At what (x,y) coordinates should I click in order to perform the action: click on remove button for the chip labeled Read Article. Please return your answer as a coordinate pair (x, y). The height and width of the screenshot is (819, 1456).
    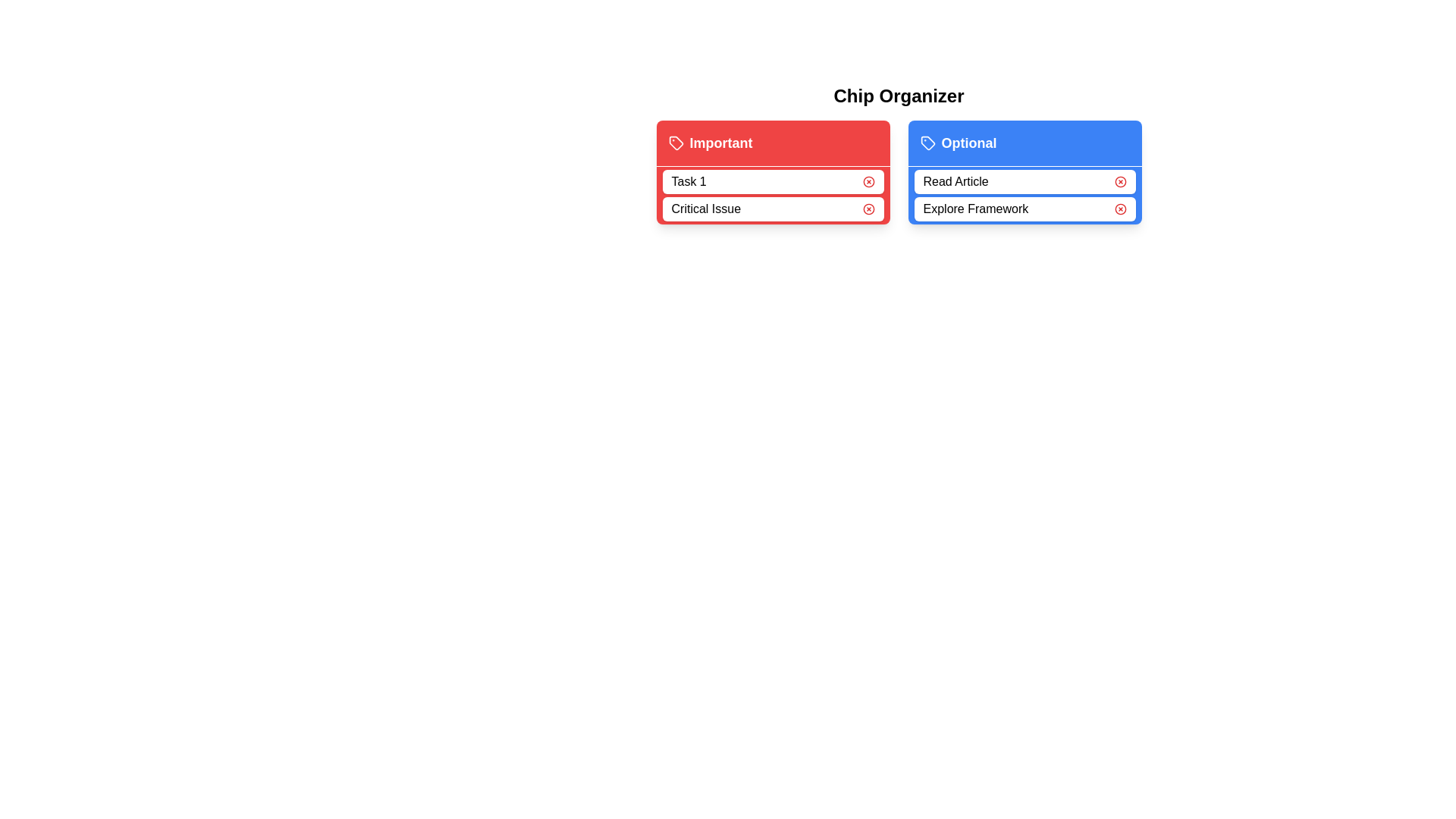
    Looking at the image, I should click on (1120, 180).